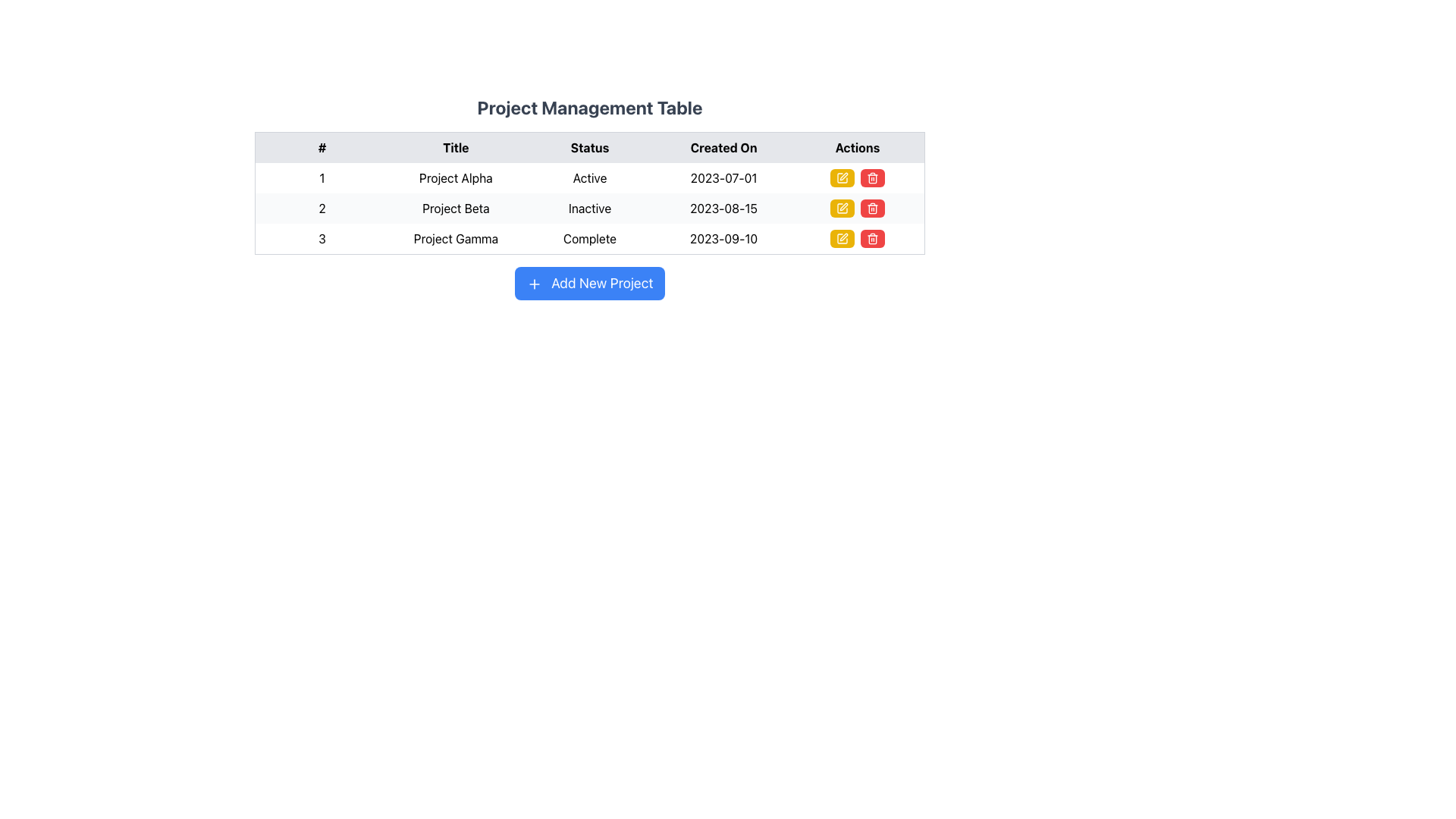  I want to click on the 'Actions' column header text label located in the header row of the table, which is the fifth column header to the right of the 'Created On' column, so click(858, 147).